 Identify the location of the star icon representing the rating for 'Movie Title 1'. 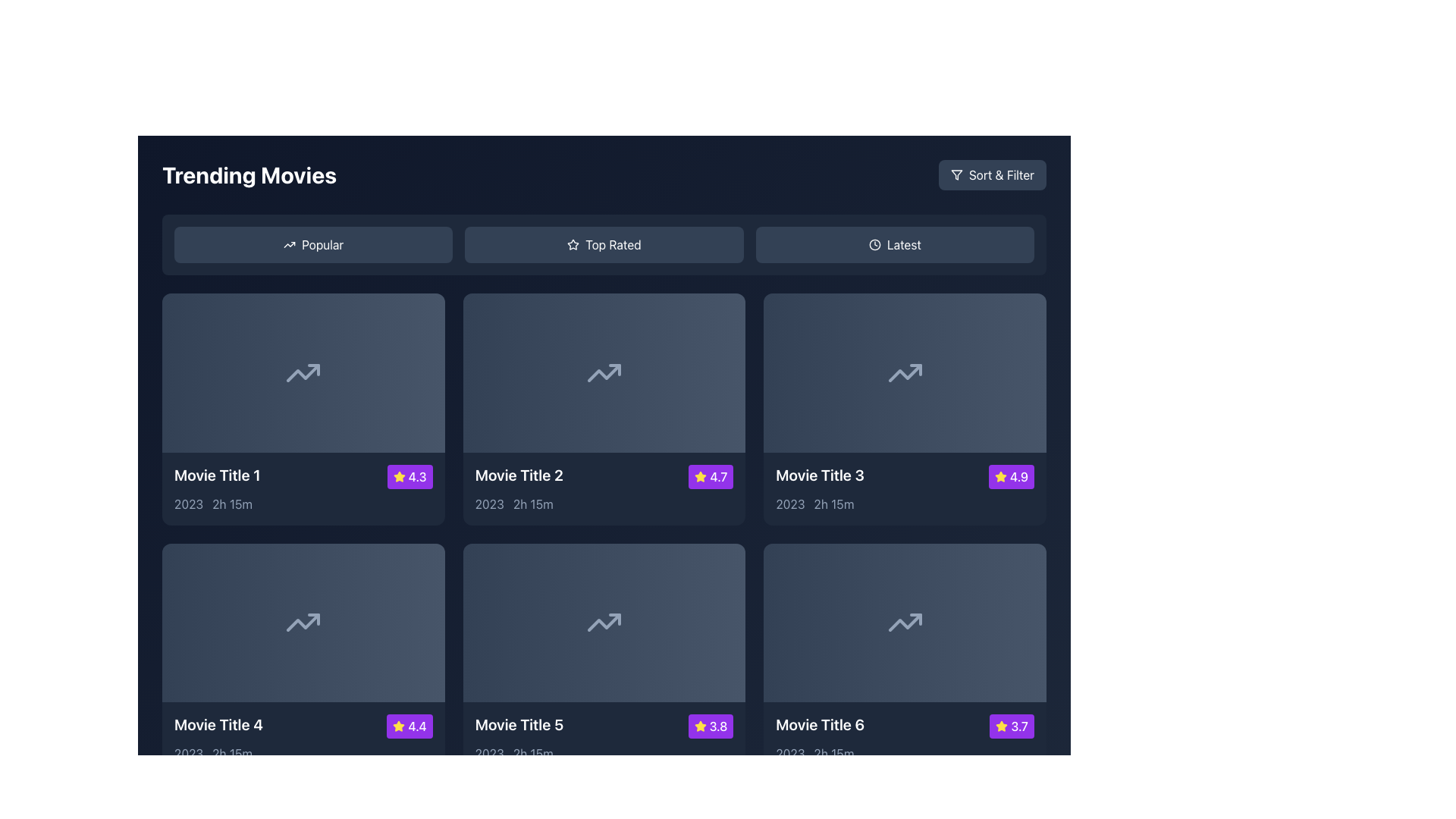
(399, 475).